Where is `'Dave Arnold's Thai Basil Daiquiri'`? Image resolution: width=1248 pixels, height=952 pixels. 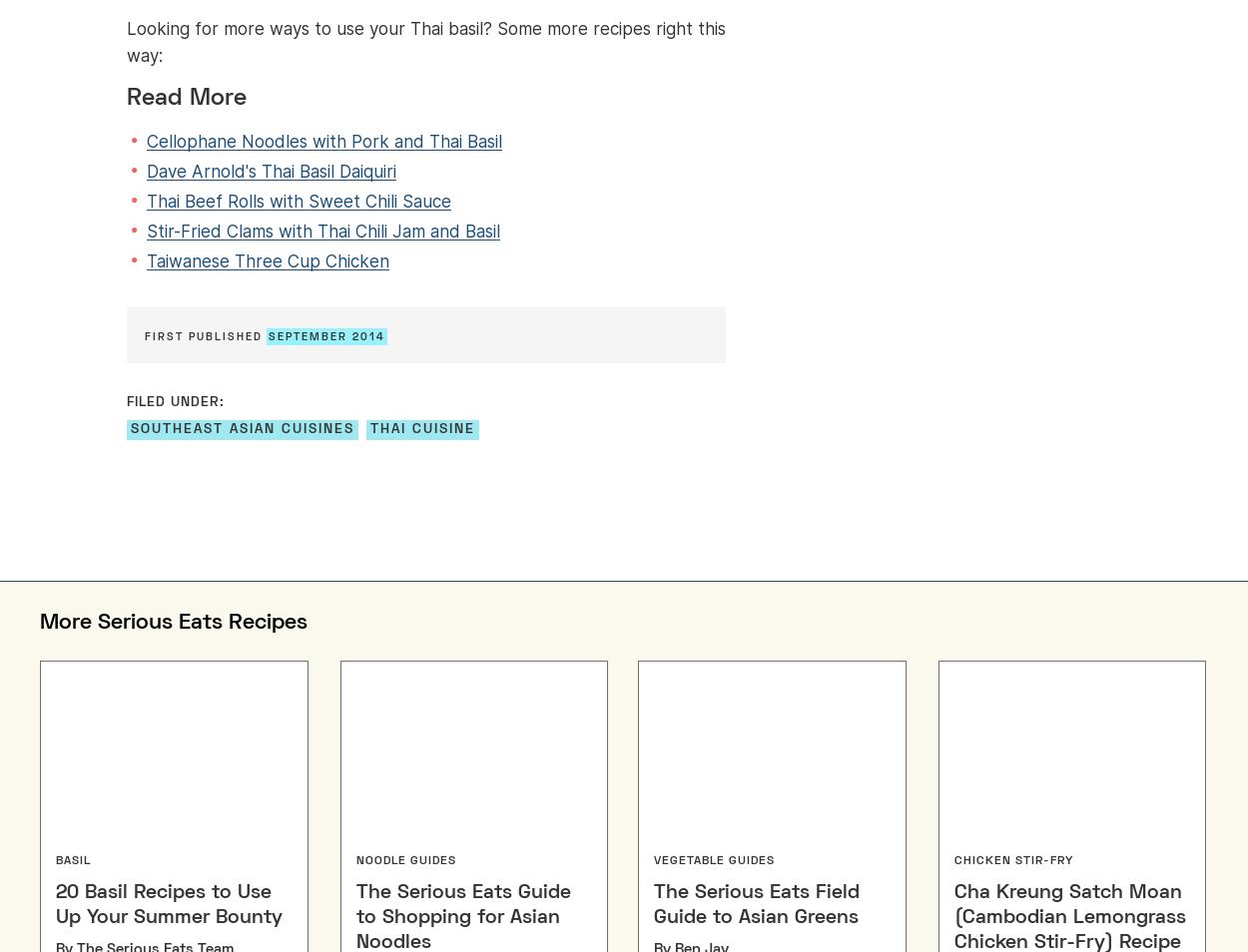 'Dave Arnold's Thai Basil Daiquiri' is located at coordinates (272, 171).